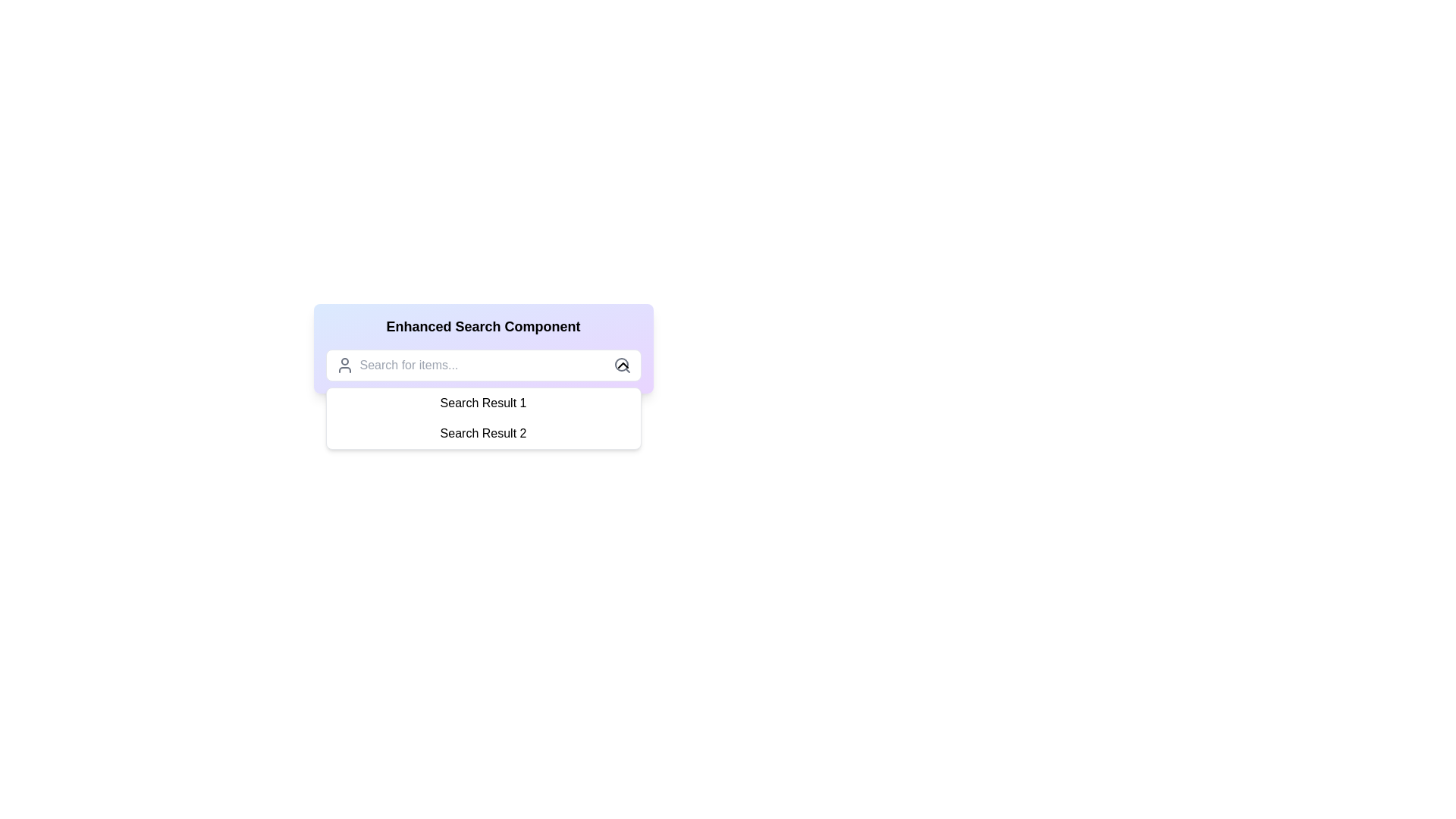 This screenshot has height=819, width=1456. Describe the element at coordinates (482, 433) in the screenshot. I see `the second text entry in the dropdown list under 'Search Result 1' to change its background color` at that location.